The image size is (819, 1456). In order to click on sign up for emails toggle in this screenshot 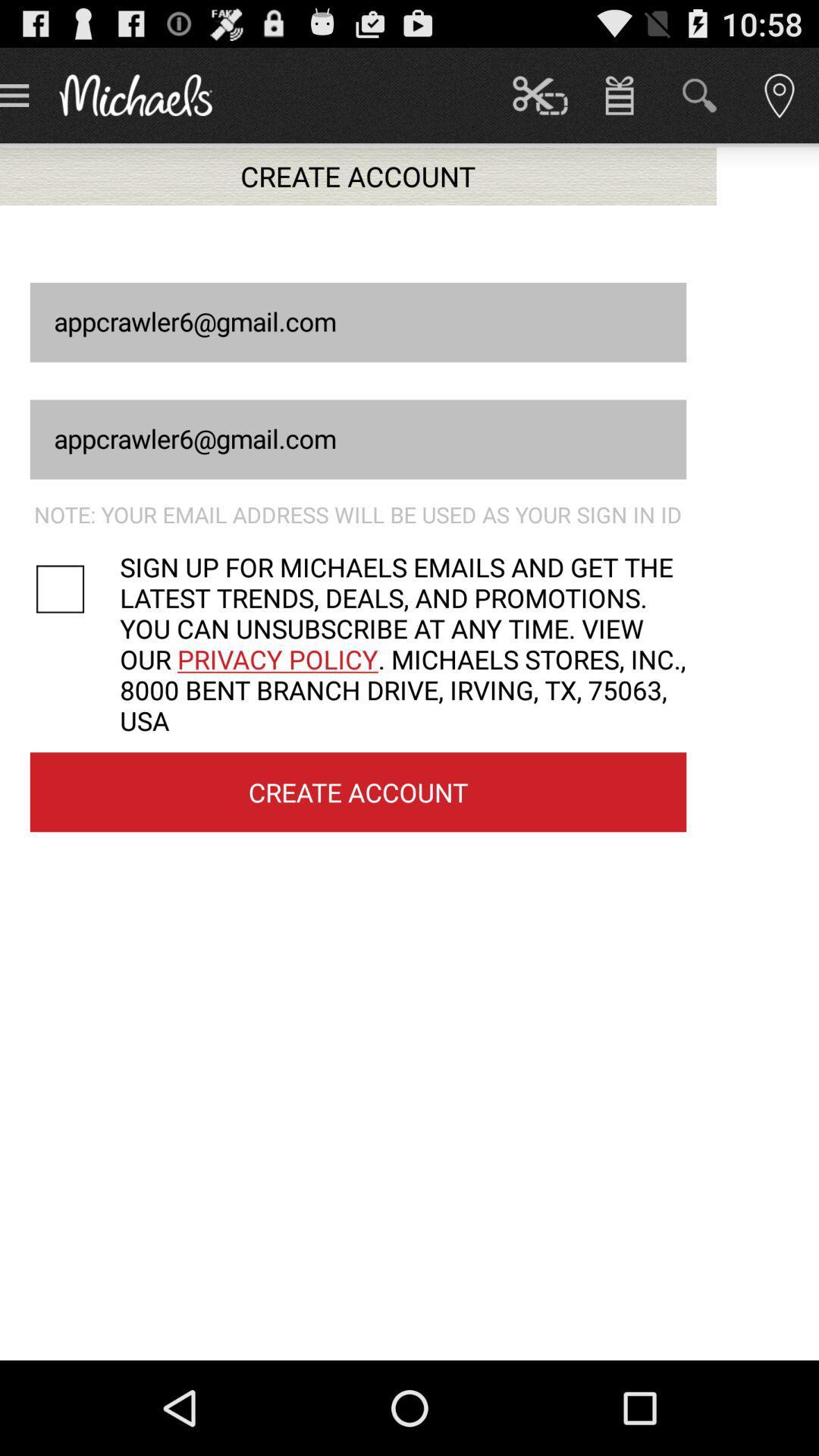, I will do `click(75, 588)`.